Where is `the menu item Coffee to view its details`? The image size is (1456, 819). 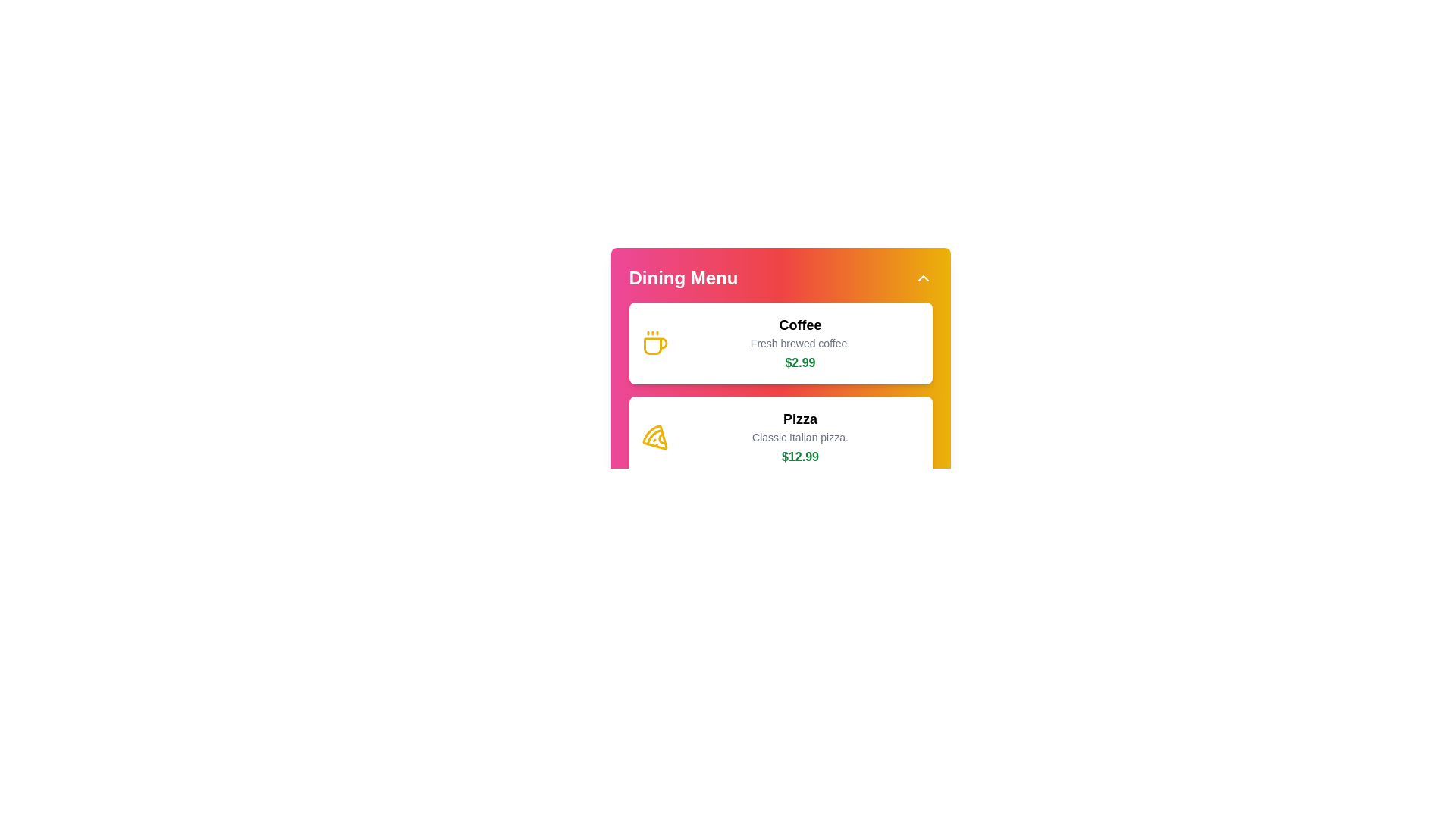 the menu item Coffee to view its details is located at coordinates (780, 343).